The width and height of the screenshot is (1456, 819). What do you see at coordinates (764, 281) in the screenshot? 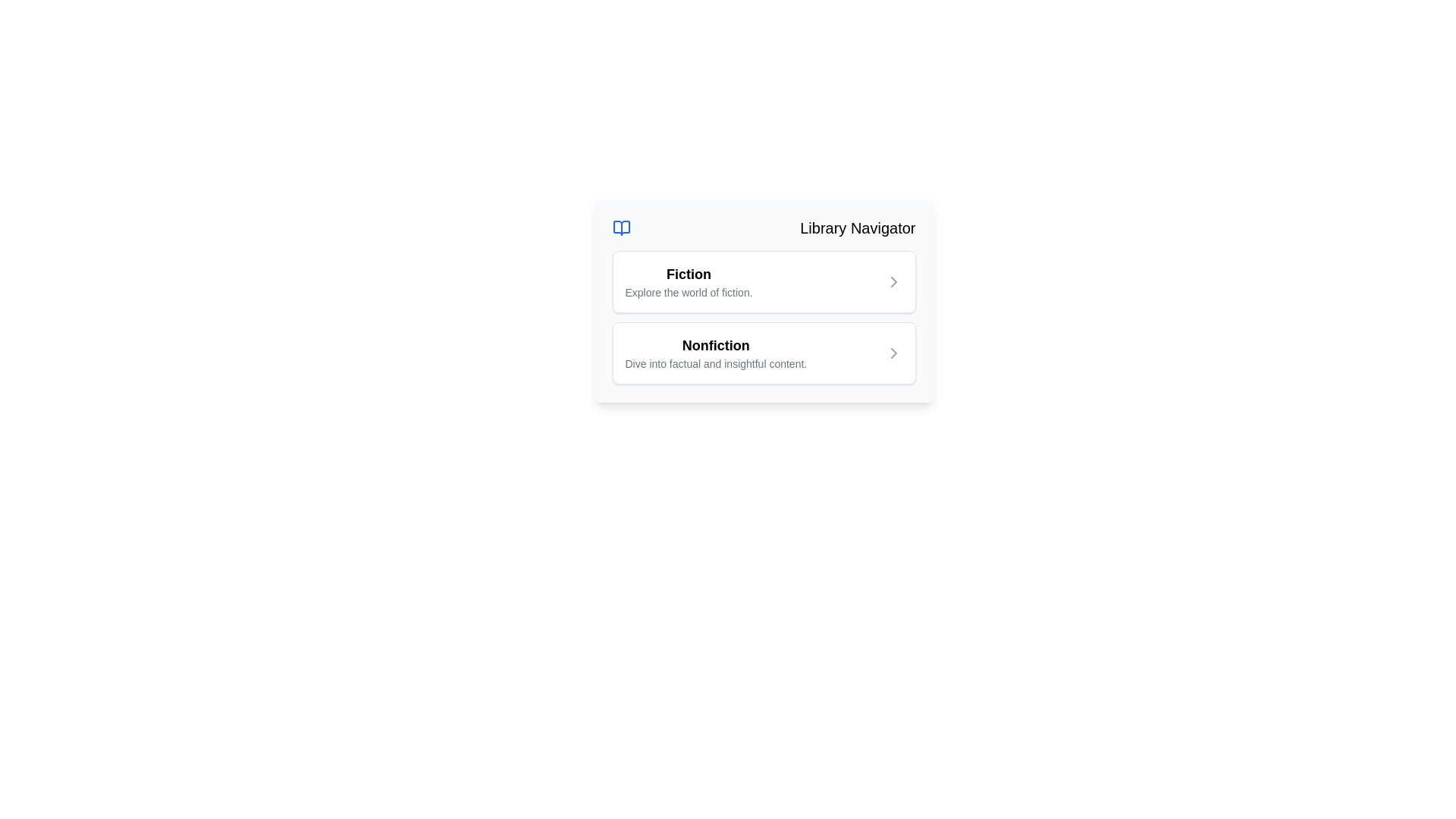
I see `the first Card-style option selector in the 'Library Navigator' panel` at bounding box center [764, 281].